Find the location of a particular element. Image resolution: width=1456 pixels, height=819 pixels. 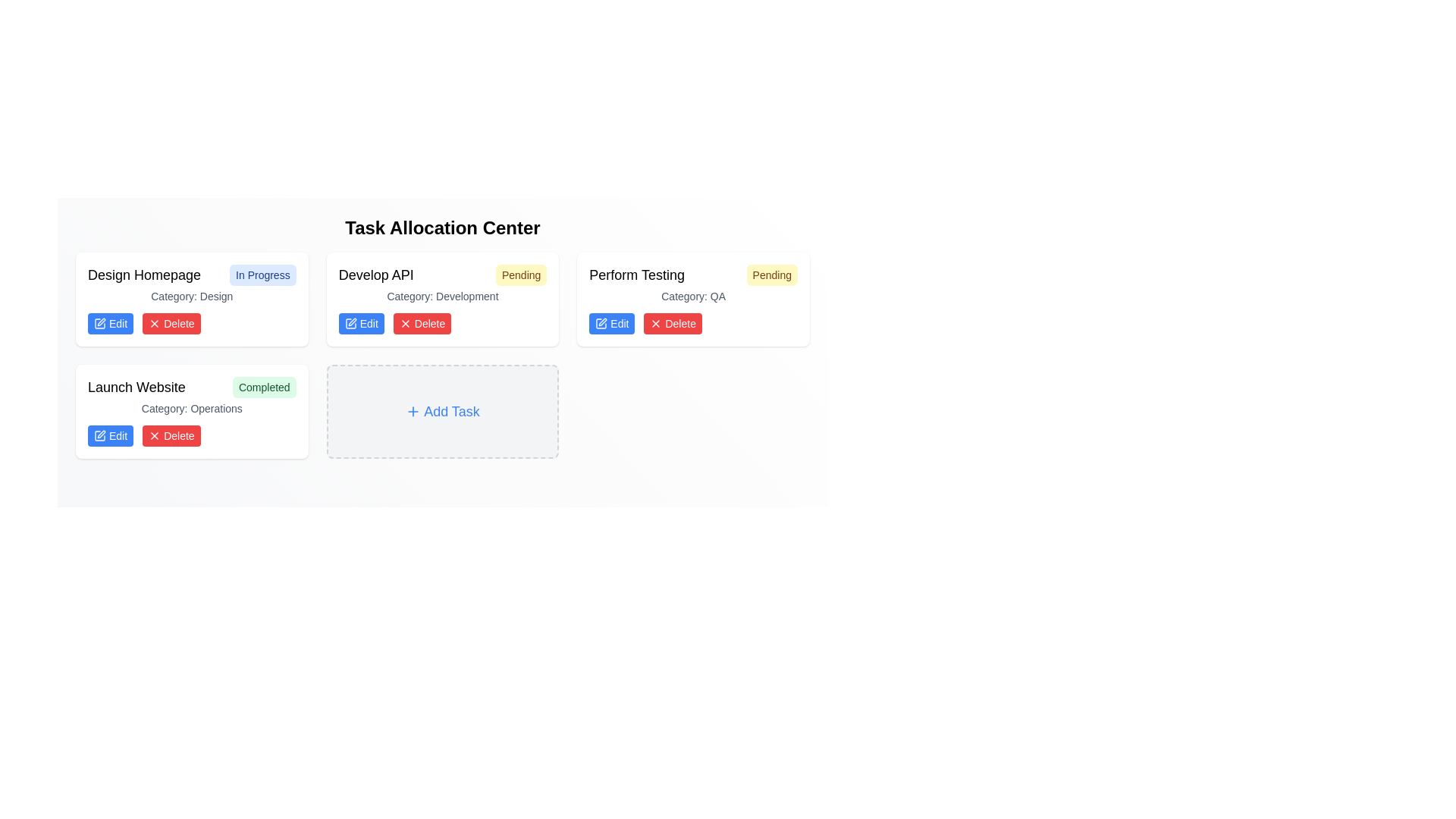

the informational label indicating the category of the task, which is QA, located in the 'Perform Testing' task card, directly below the task's title and status indicators, and above the action buttons (Edit and Delete) is located at coordinates (692, 296).